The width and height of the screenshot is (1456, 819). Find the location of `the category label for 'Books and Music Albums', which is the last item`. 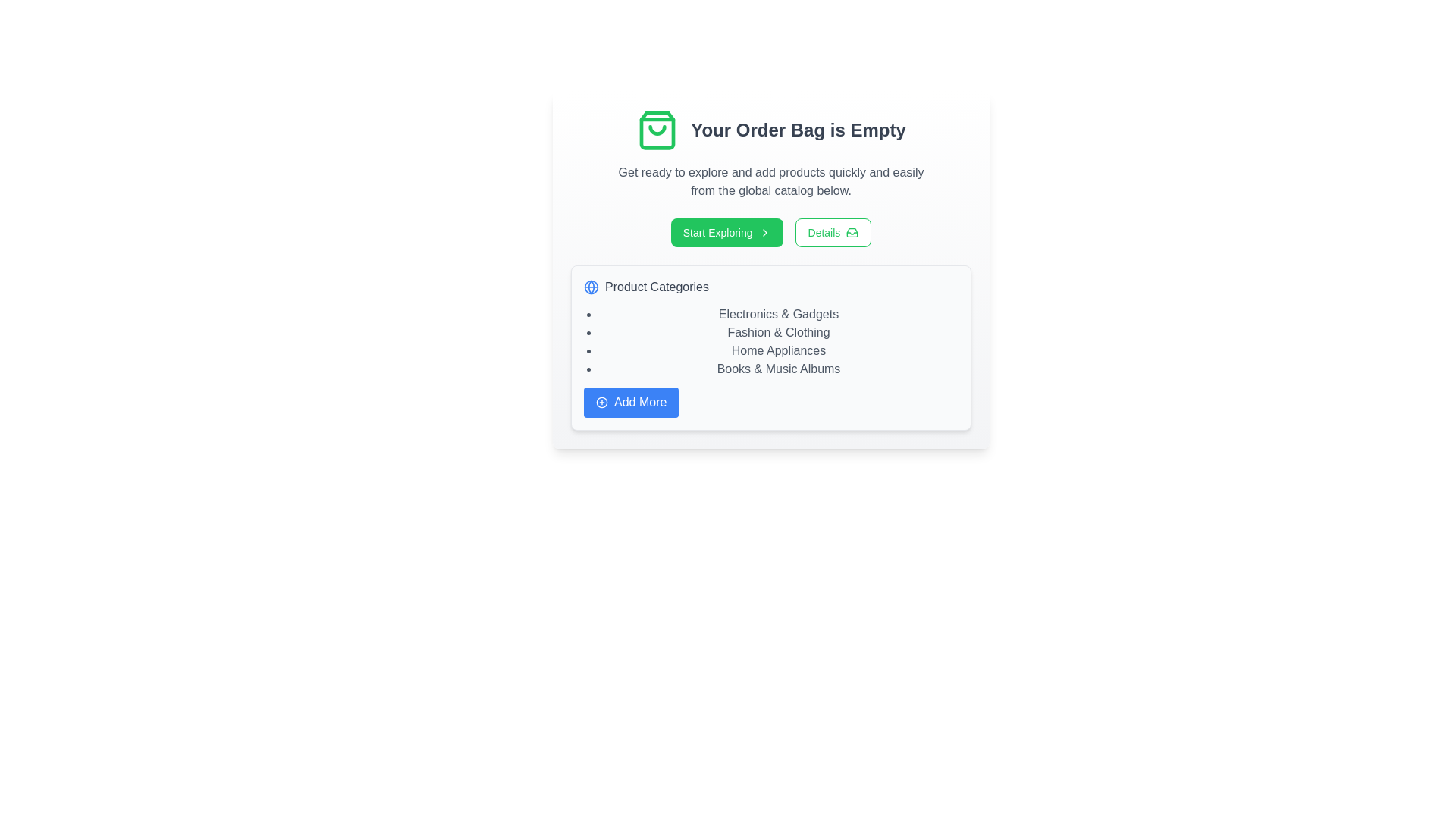

the category label for 'Books and Music Albums', which is the last item is located at coordinates (779, 369).